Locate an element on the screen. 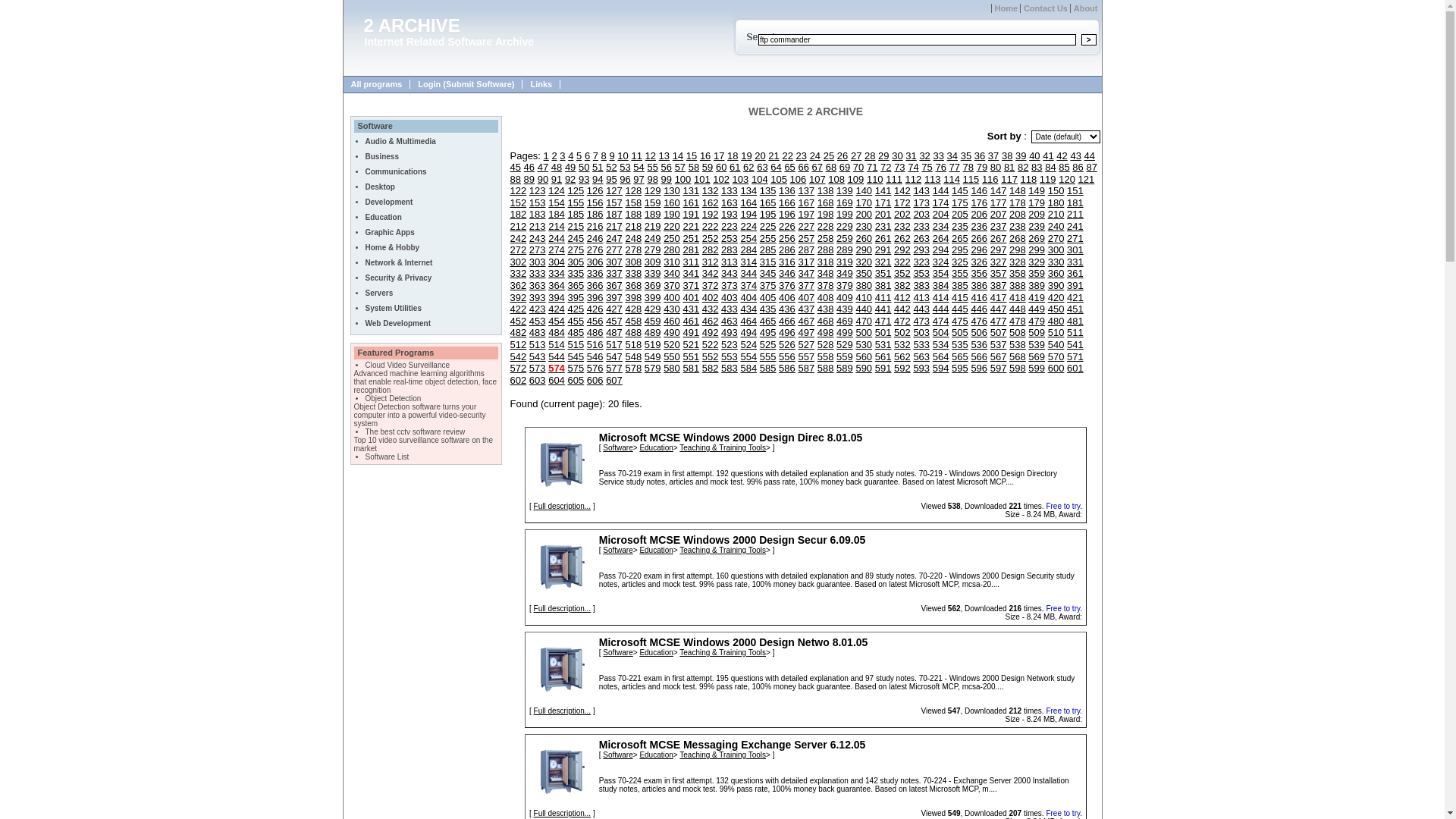 The image size is (1456, 819). '262' is located at coordinates (902, 238).